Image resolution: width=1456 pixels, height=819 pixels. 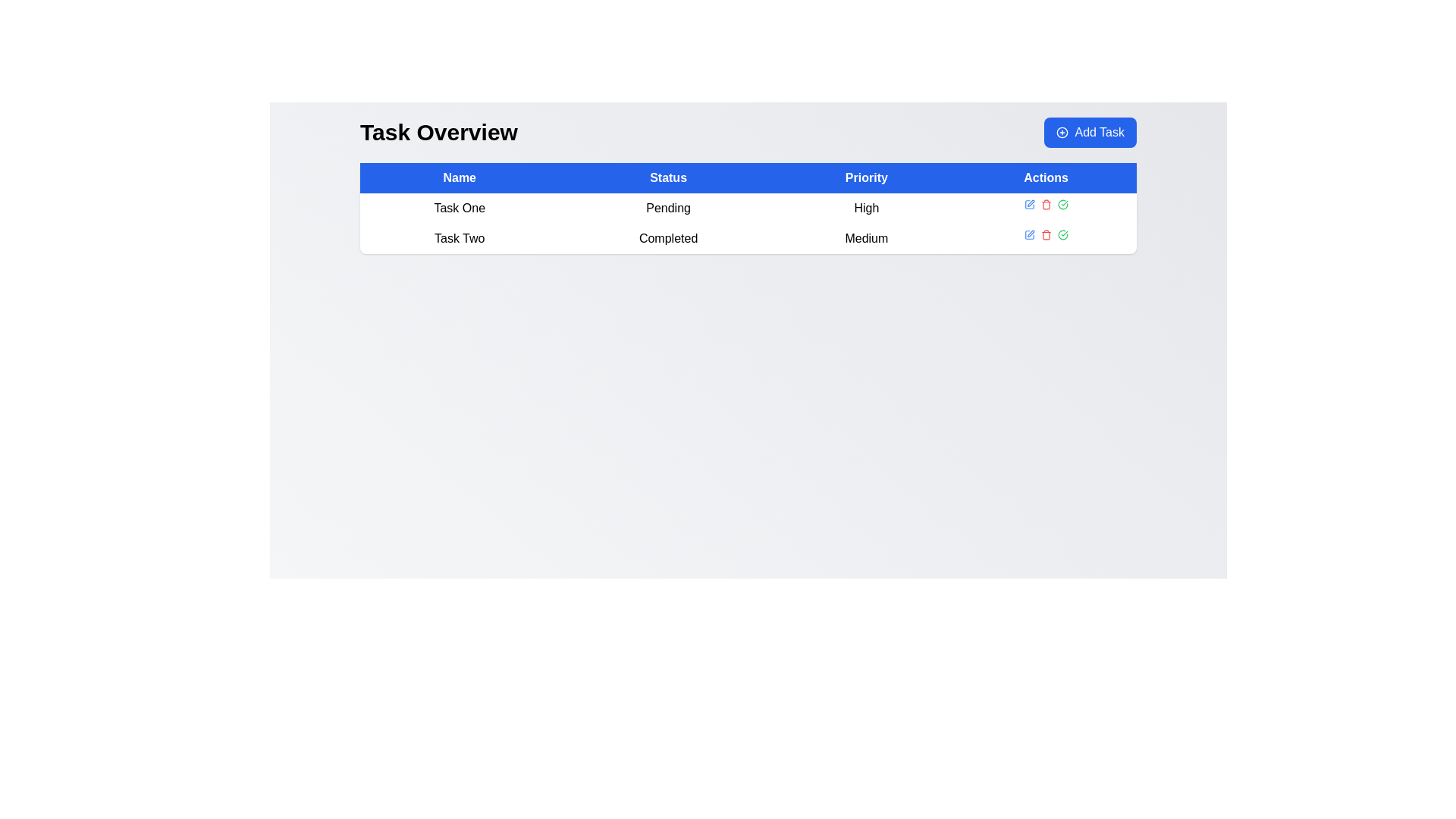 I want to click on the static text label in the second row of the table under the 'Name' column, which serves to provide the name of the task, so click(x=459, y=239).